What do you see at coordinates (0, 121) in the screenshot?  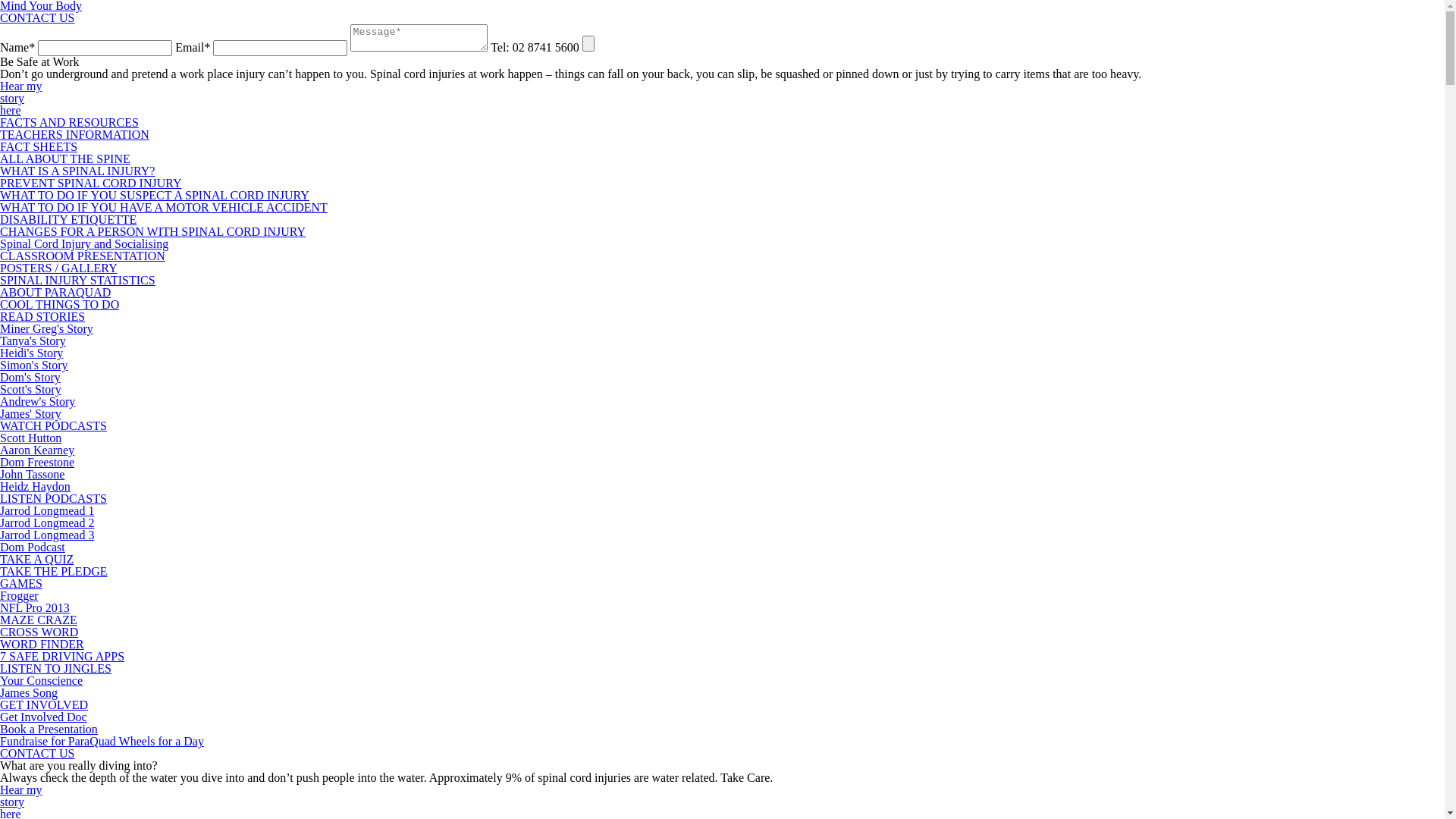 I see `'FACTS AND RESOURCES'` at bounding box center [0, 121].